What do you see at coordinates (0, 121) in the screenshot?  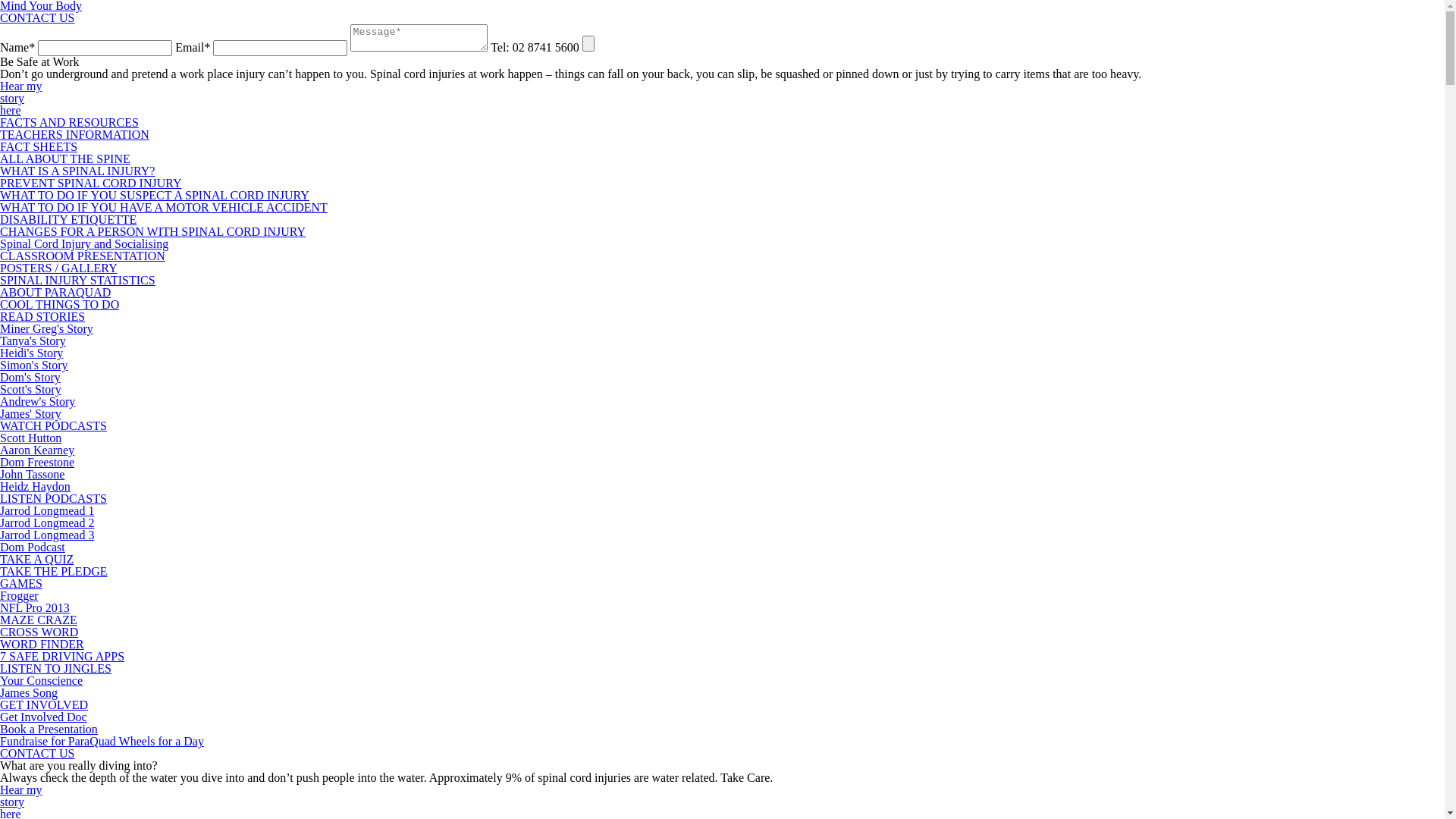 I see `'FACTS AND RESOURCES'` at bounding box center [0, 121].